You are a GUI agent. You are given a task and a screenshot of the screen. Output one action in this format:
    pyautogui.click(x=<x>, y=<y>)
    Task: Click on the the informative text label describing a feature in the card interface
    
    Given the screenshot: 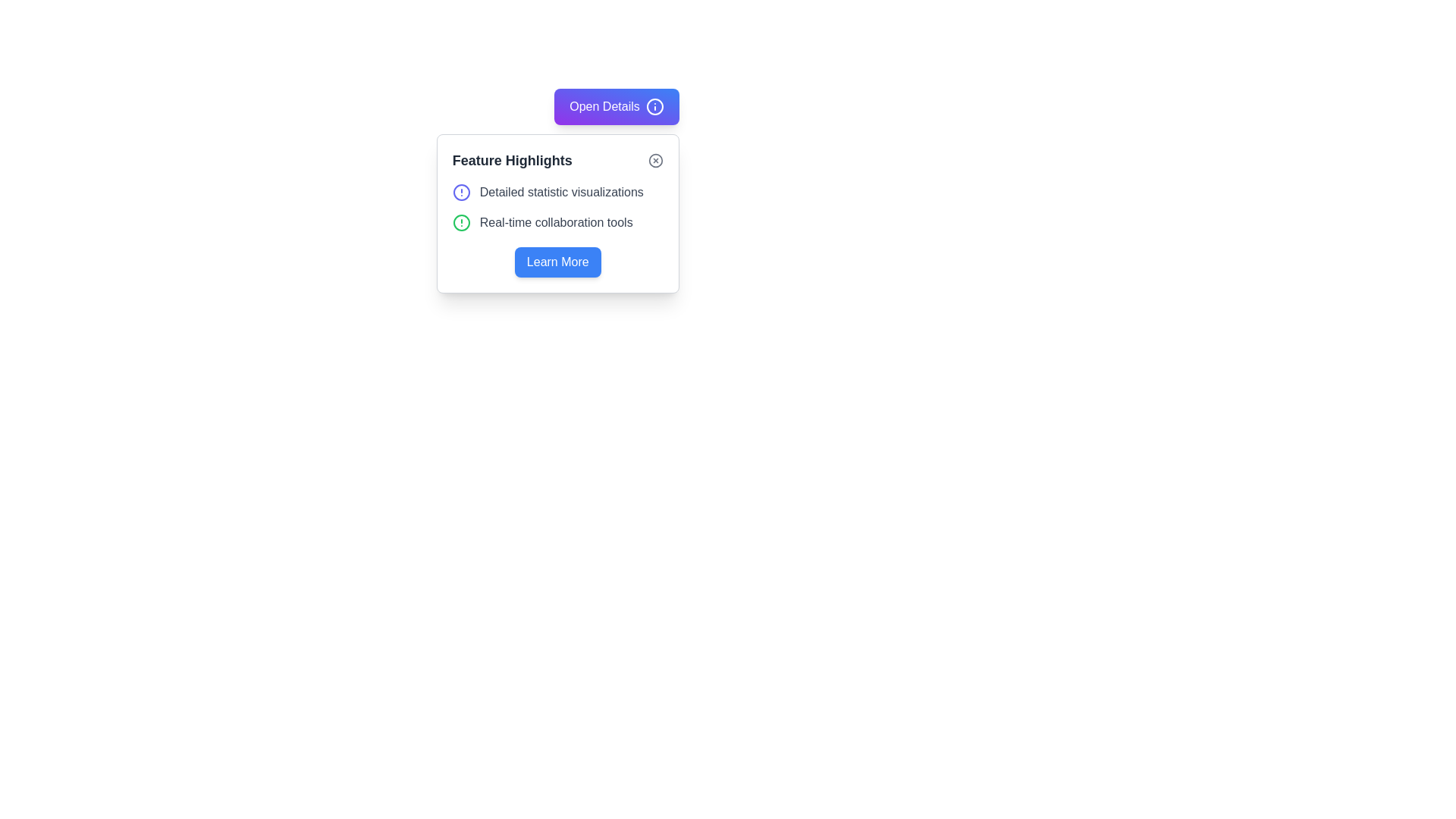 What is the action you would take?
    pyautogui.click(x=555, y=222)
    